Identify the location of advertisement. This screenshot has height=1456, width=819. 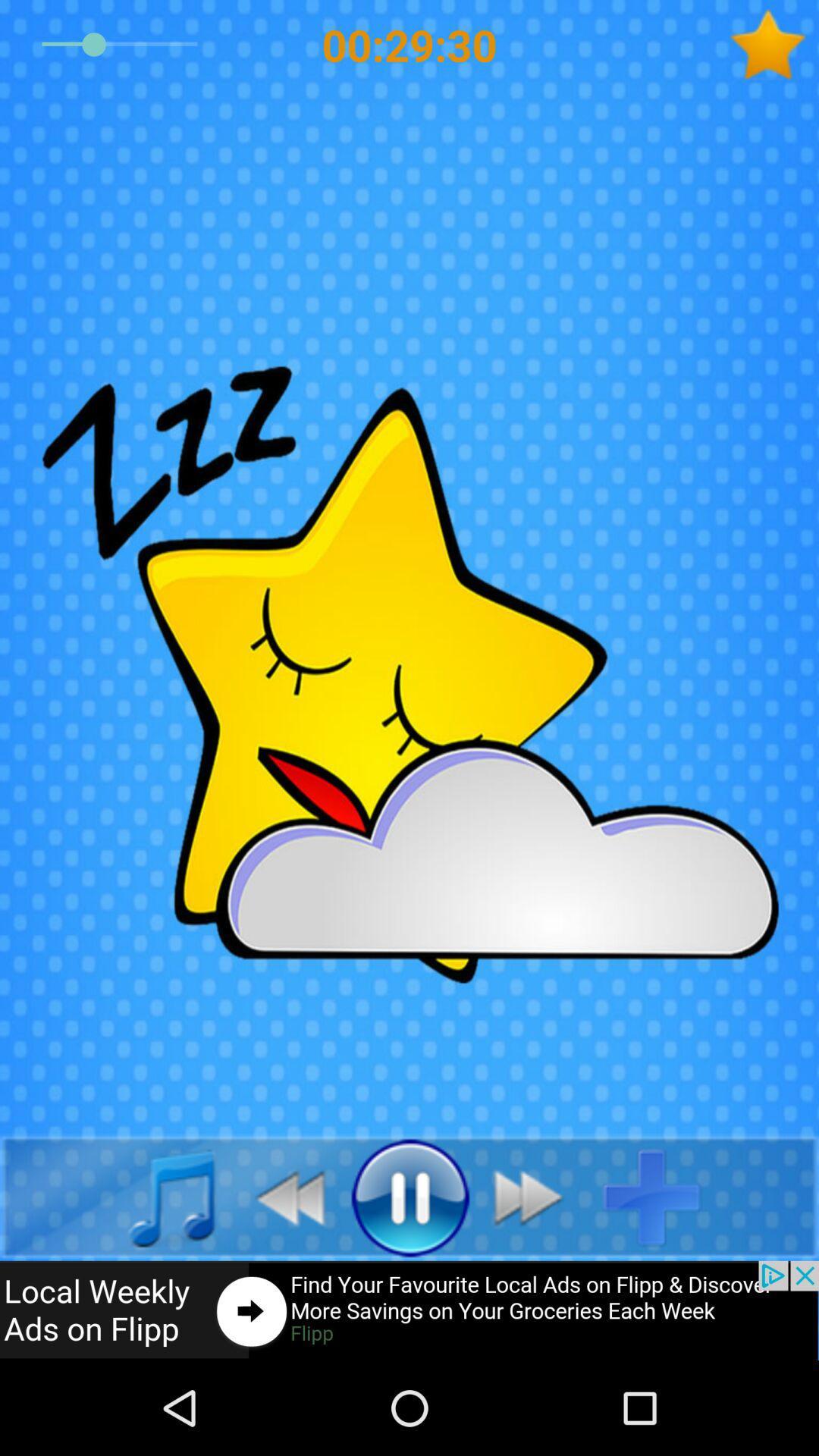
(409, 1310).